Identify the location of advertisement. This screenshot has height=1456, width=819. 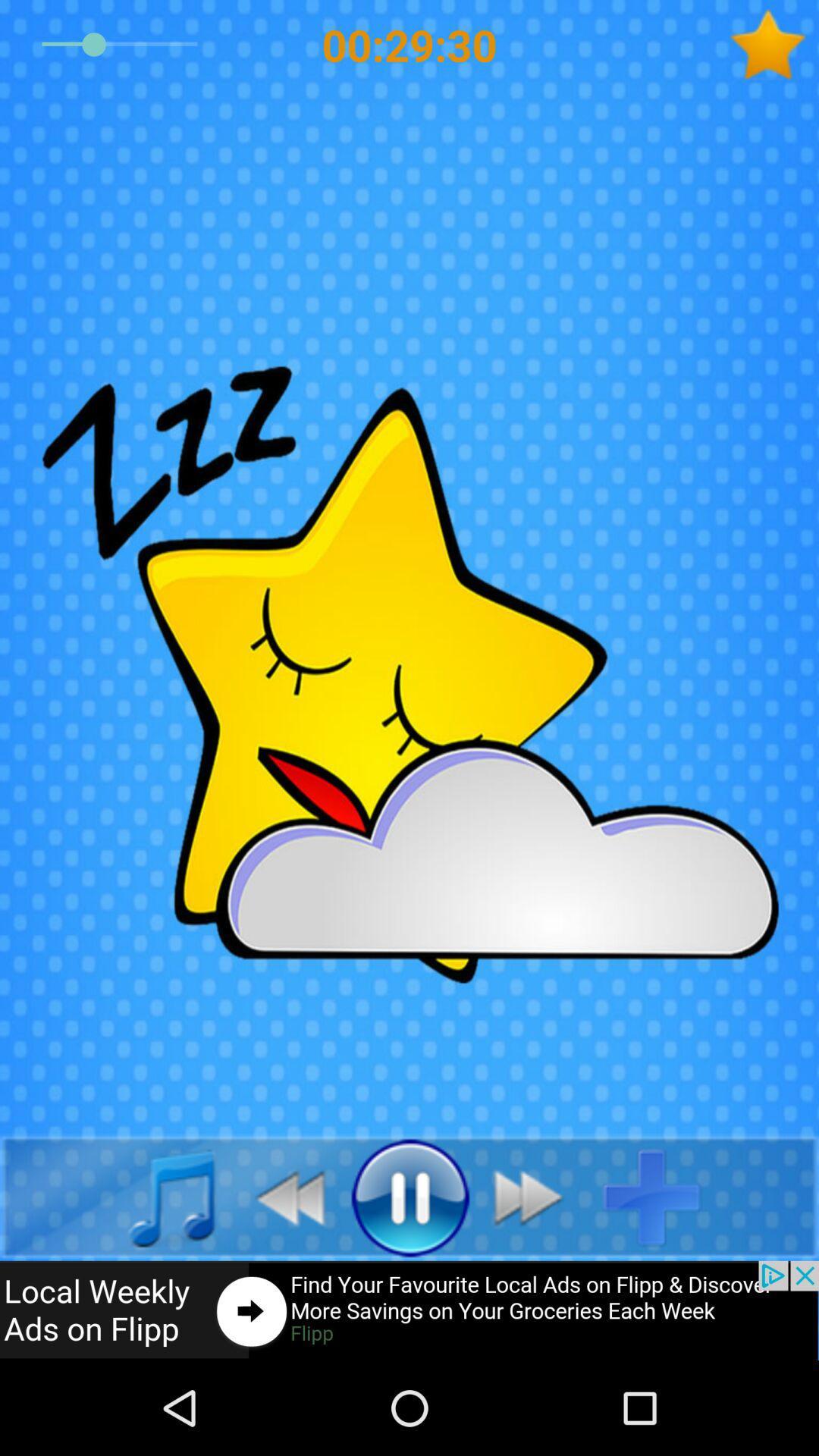
(409, 1310).